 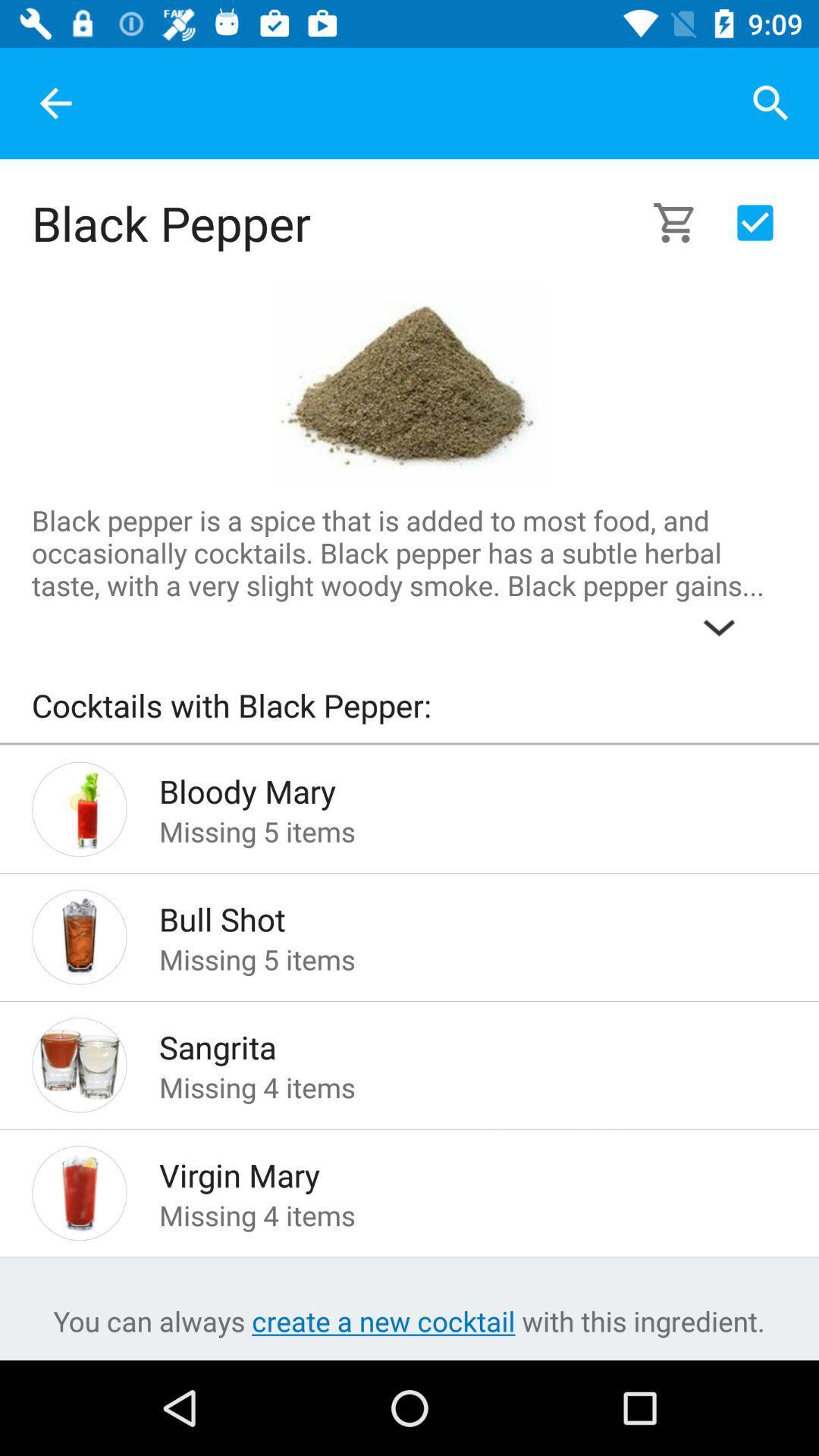 I want to click on the bull shot icon, so click(x=448, y=914).